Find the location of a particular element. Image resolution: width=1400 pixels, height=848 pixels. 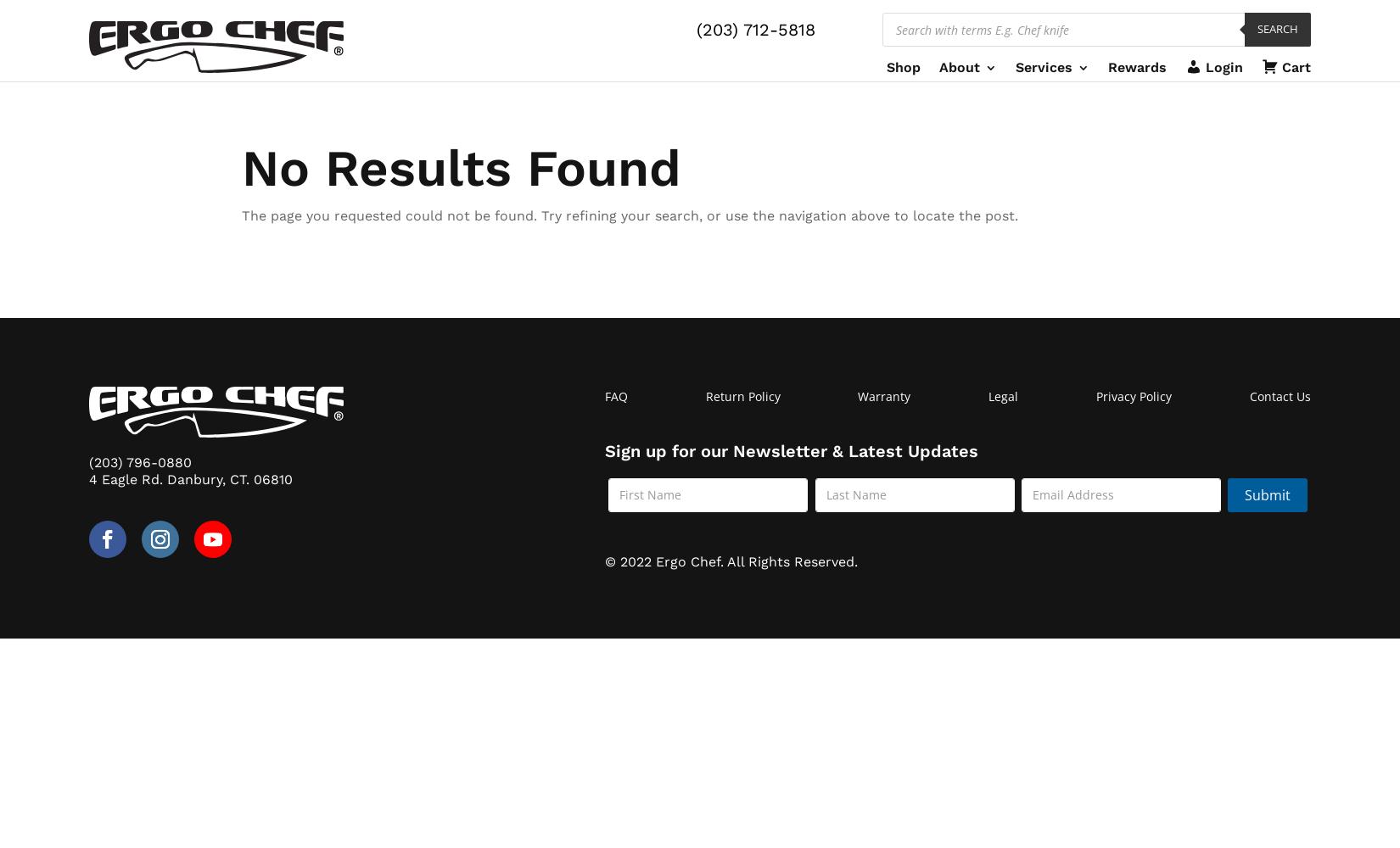

'Warranty' is located at coordinates (857, 395).